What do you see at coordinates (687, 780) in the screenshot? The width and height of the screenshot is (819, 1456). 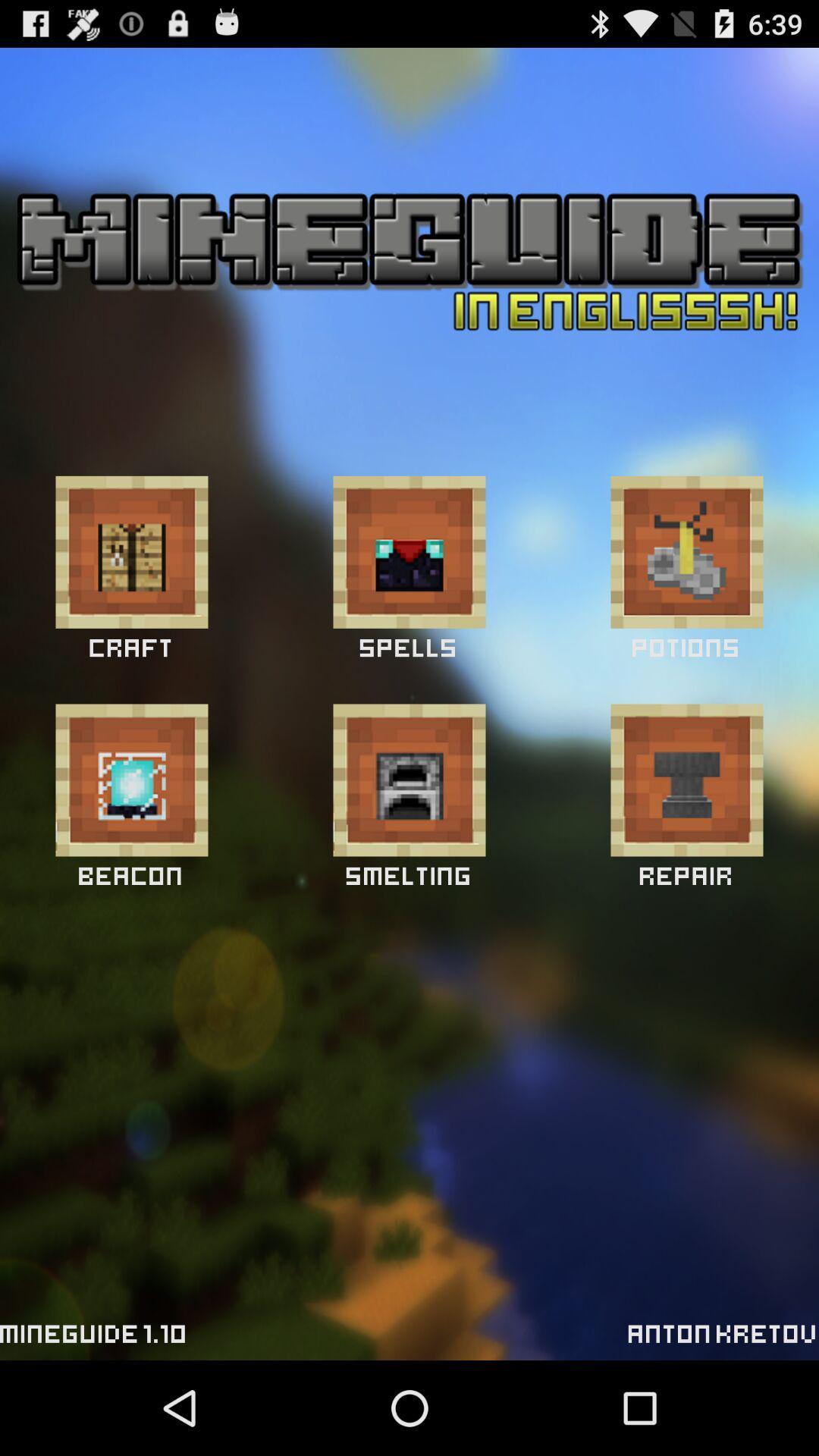 I see `the icon above the repair` at bounding box center [687, 780].